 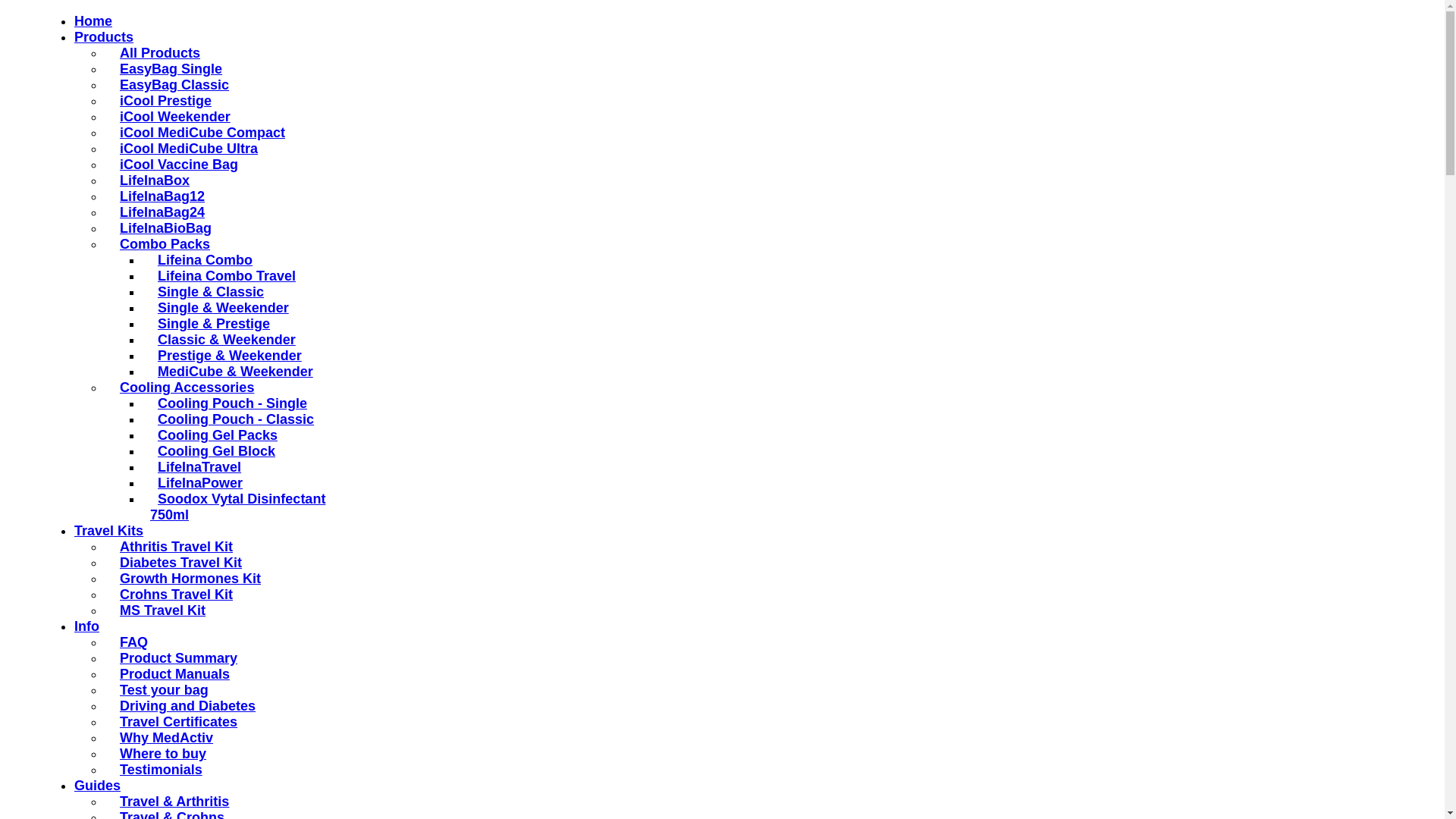 I want to click on 'Testimonials', so click(x=157, y=769).